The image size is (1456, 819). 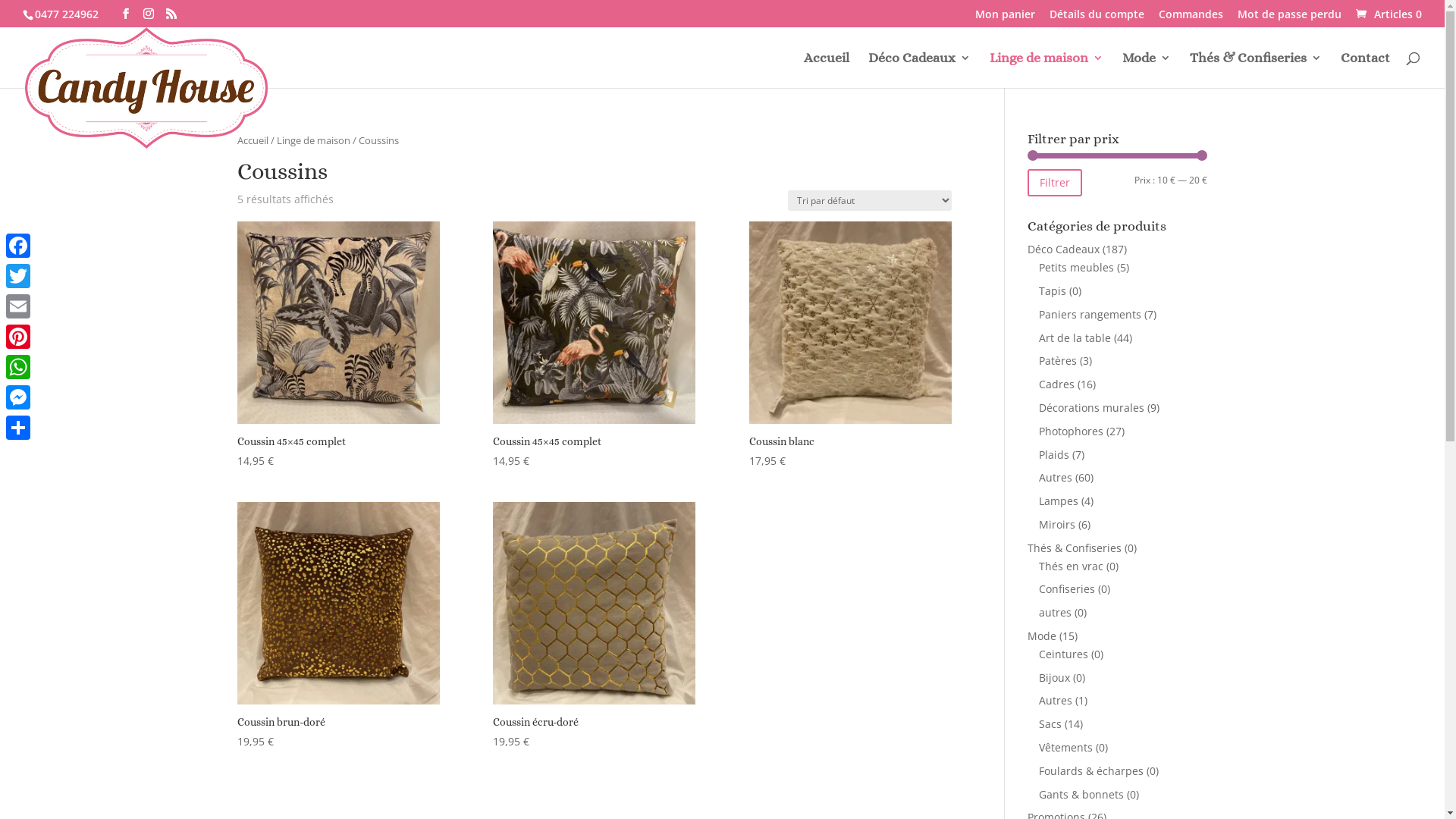 I want to click on 'Accueil', so click(x=252, y=140).